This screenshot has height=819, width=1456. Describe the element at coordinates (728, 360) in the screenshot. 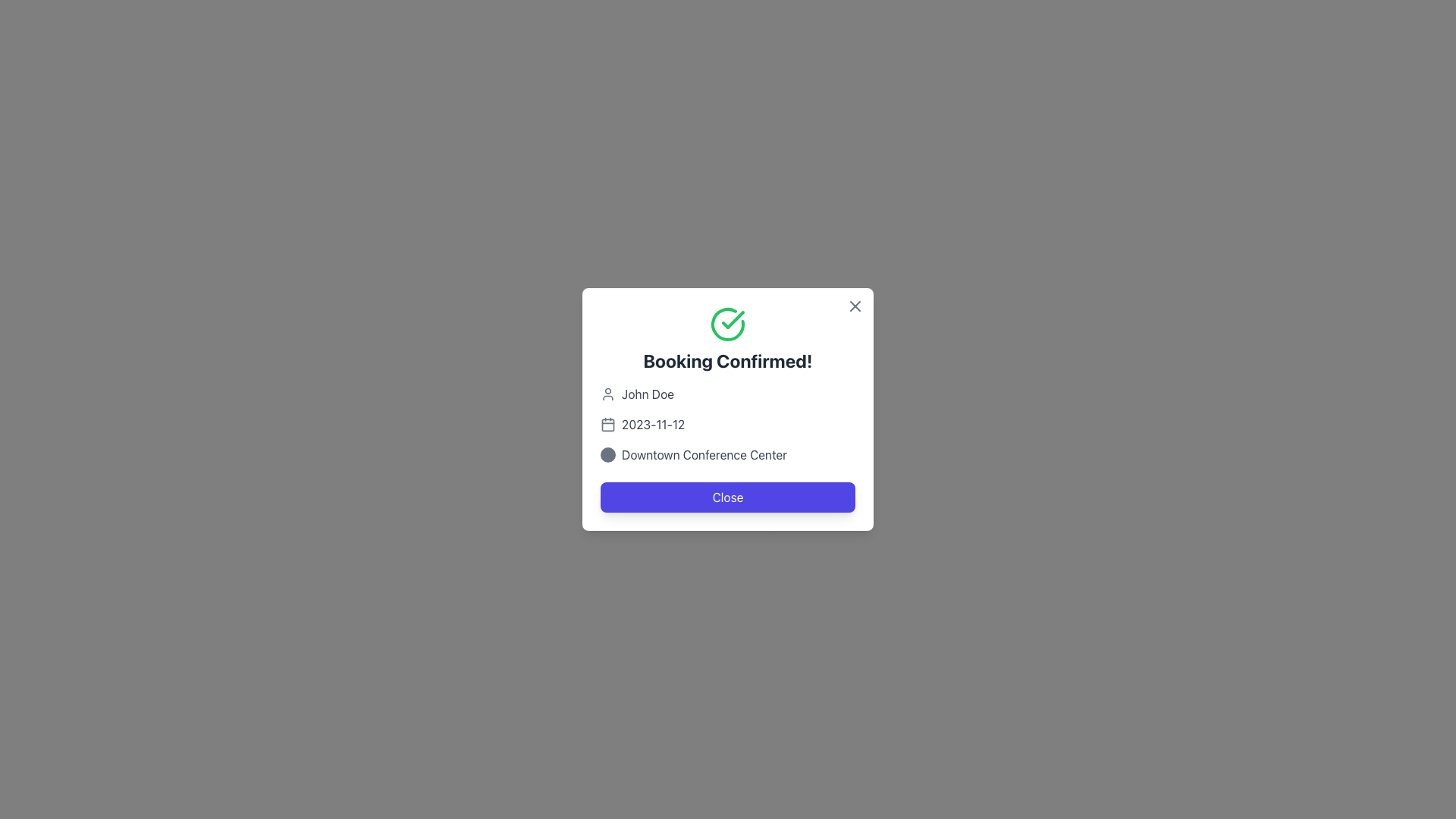

I see `the bold text displaying 'Booking Confirmed!' located near the top of the confirmation panel` at that location.